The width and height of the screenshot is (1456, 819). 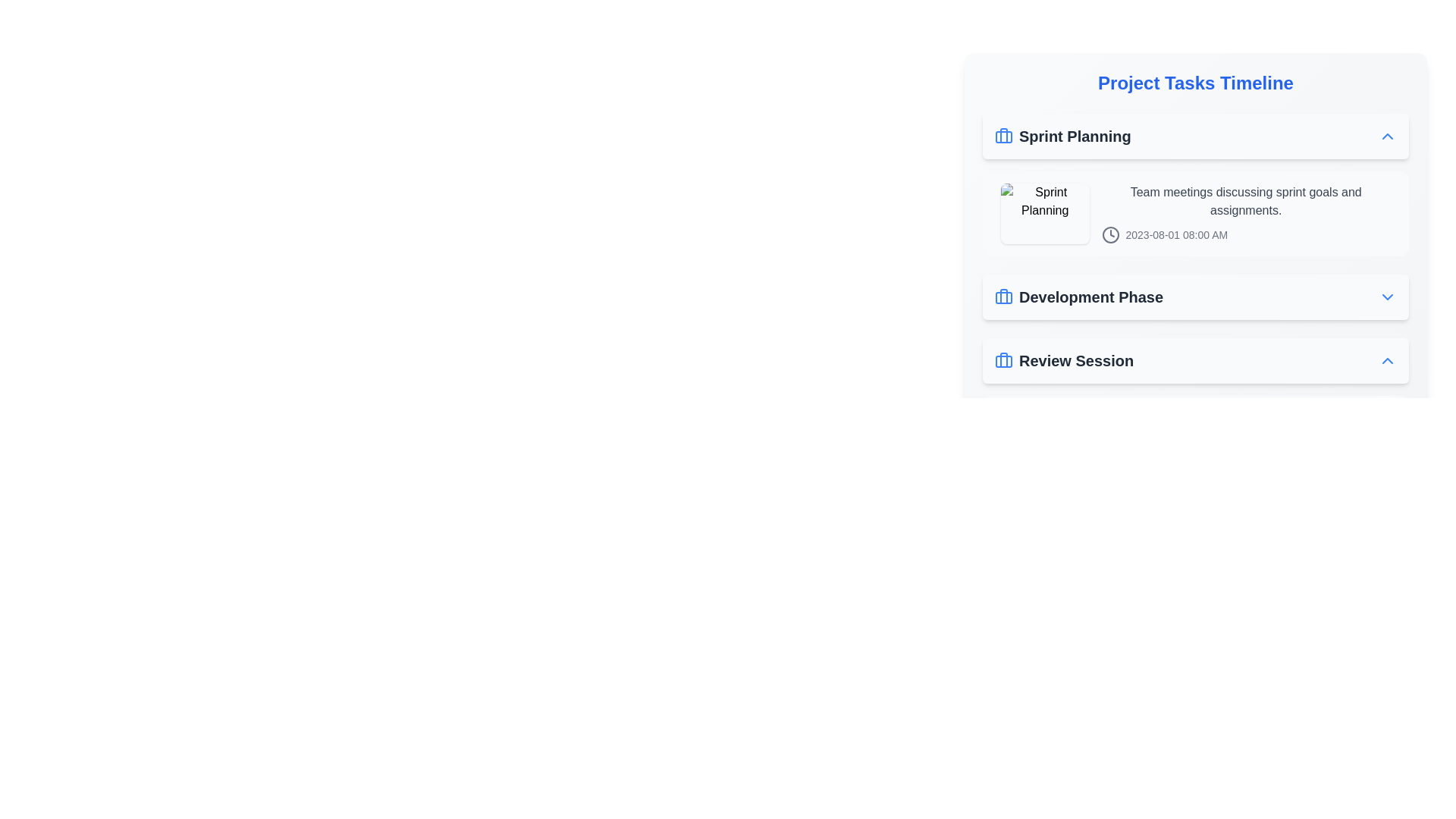 What do you see at coordinates (1075, 360) in the screenshot?
I see `text from the 'Review Session' label, which is a prominent text label at the bottom of the 'Project Tasks Timeline' section` at bounding box center [1075, 360].